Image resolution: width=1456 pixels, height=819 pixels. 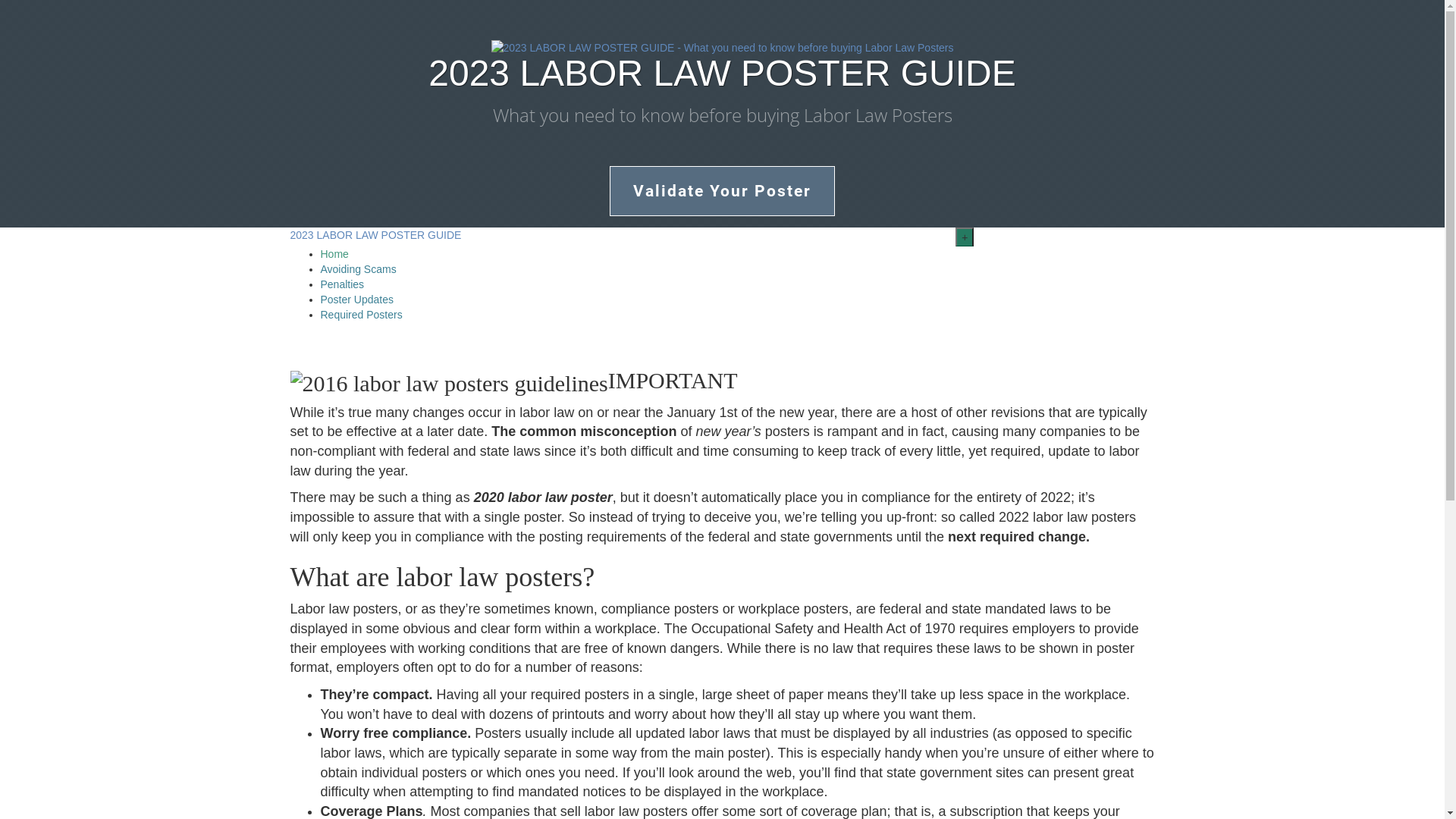 What do you see at coordinates (341, 284) in the screenshot?
I see `'Penalties'` at bounding box center [341, 284].